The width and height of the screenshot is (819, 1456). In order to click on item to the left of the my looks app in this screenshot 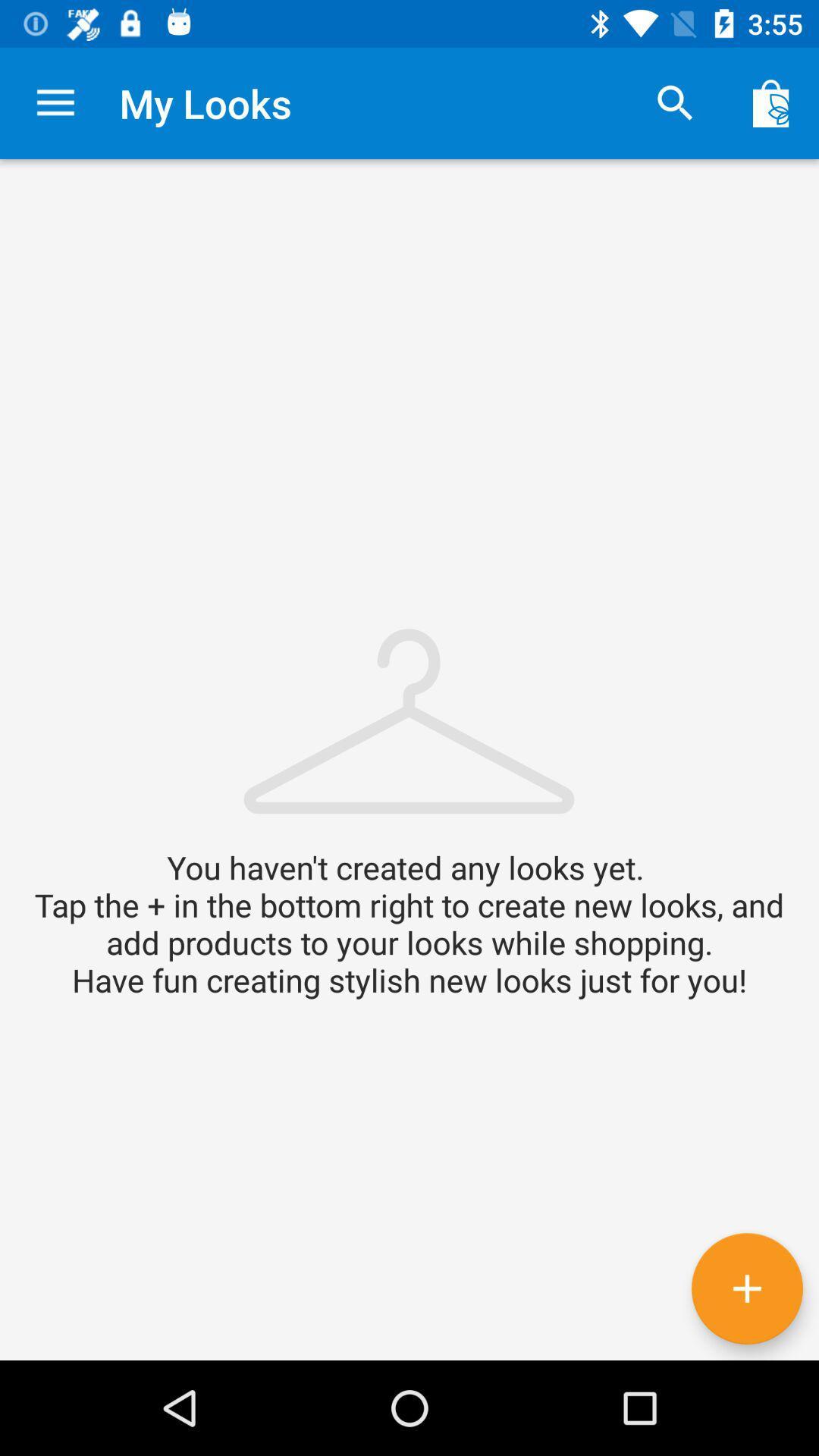, I will do `click(55, 102)`.